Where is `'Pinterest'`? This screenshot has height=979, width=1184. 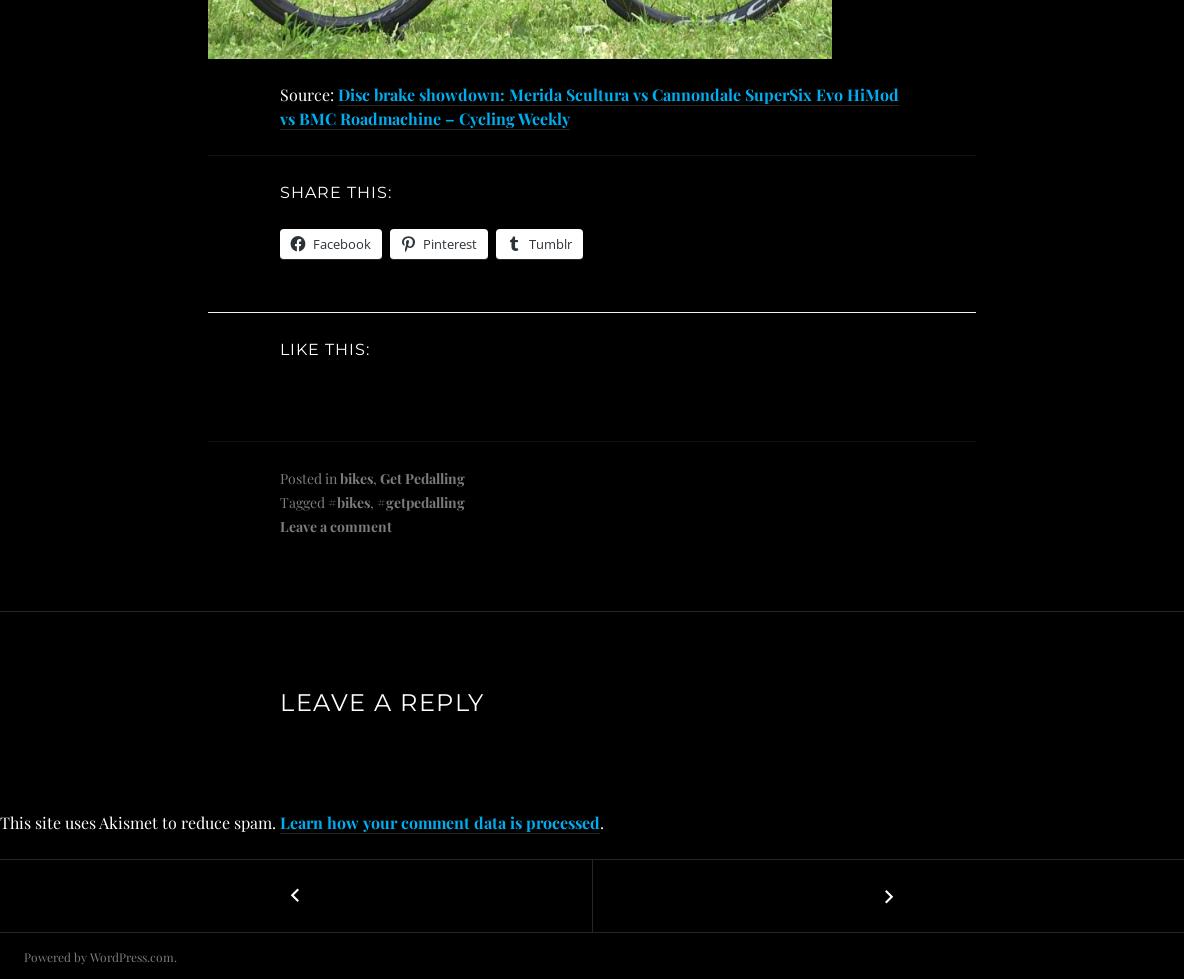
'Pinterest' is located at coordinates (449, 243).